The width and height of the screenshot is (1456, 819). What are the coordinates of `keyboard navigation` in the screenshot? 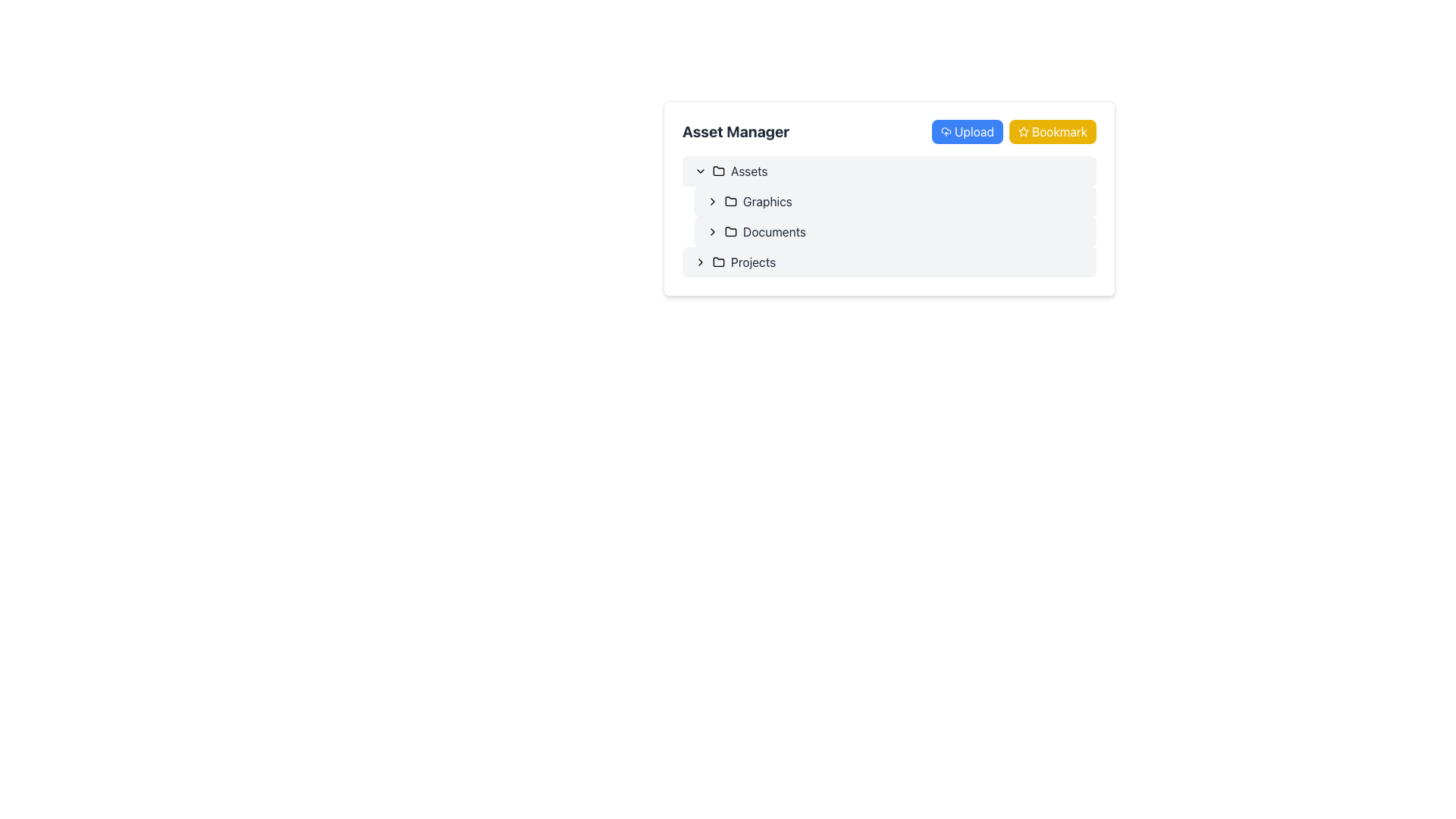 It's located at (967, 130).